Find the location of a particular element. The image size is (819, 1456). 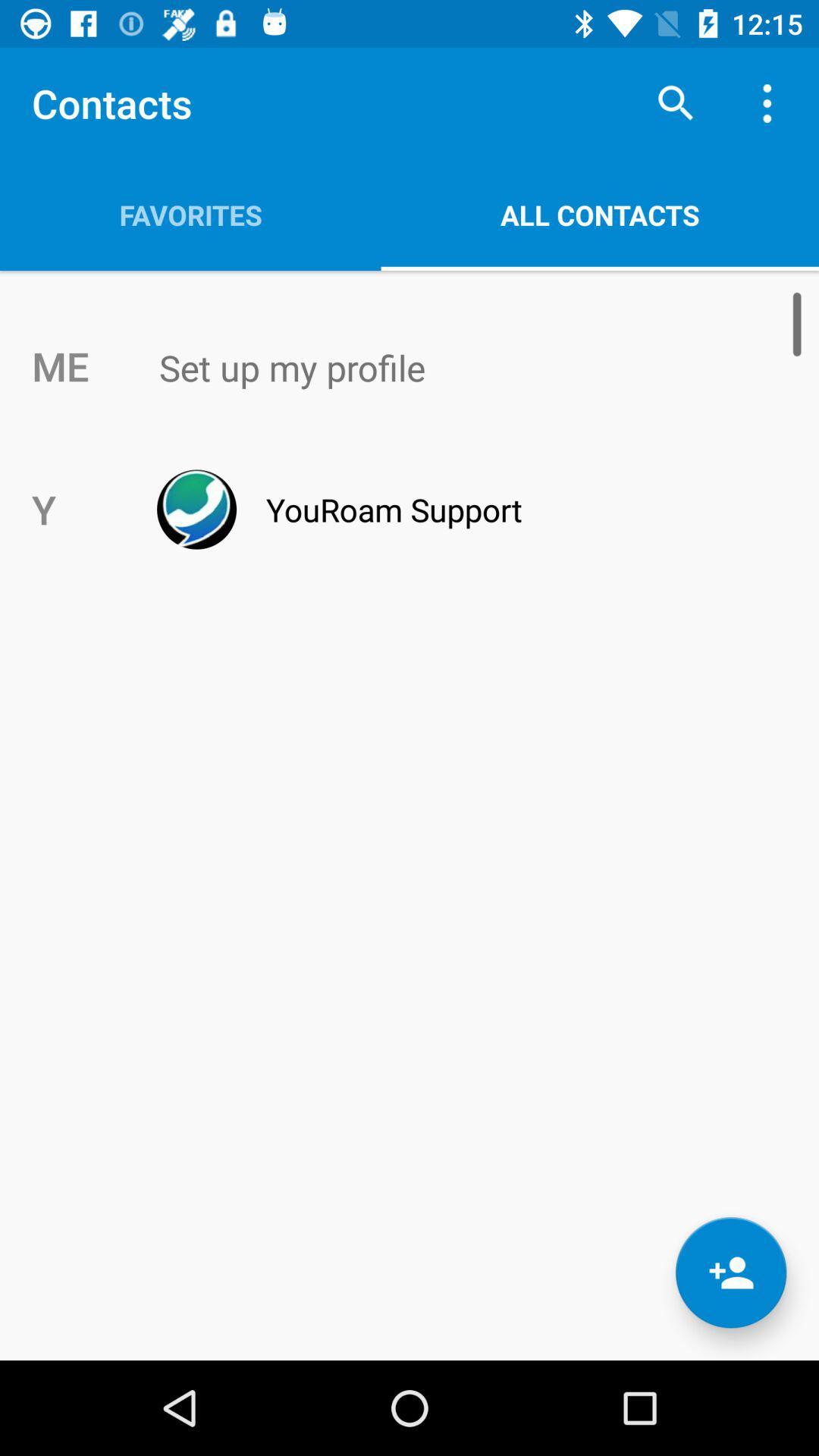

favorites item is located at coordinates (190, 214).